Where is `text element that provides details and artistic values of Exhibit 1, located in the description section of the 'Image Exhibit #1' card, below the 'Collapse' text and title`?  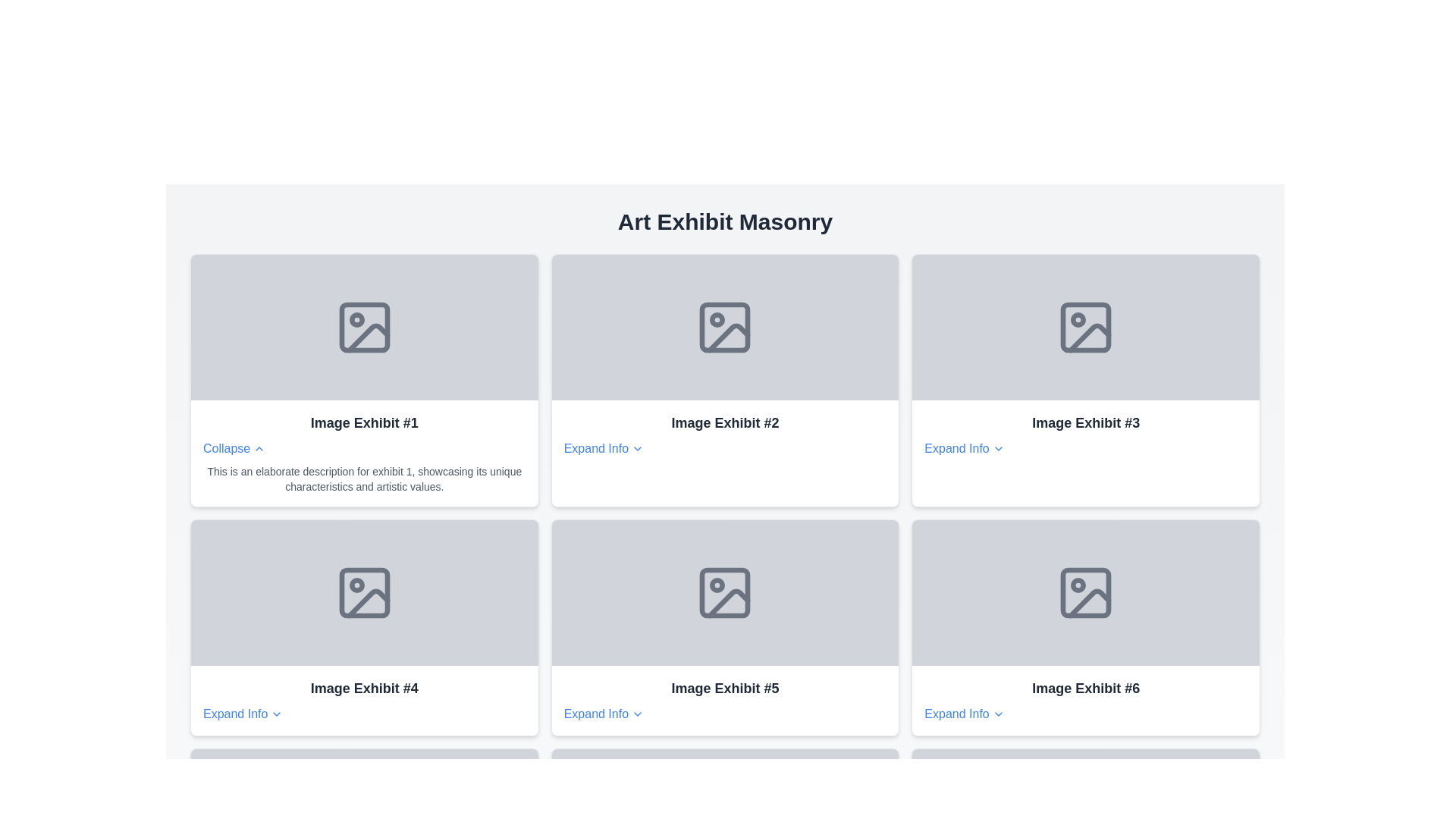
text element that provides details and artistic values of Exhibit 1, located in the description section of the 'Image Exhibit #1' card, below the 'Collapse' text and title is located at coordinates (364, 479).